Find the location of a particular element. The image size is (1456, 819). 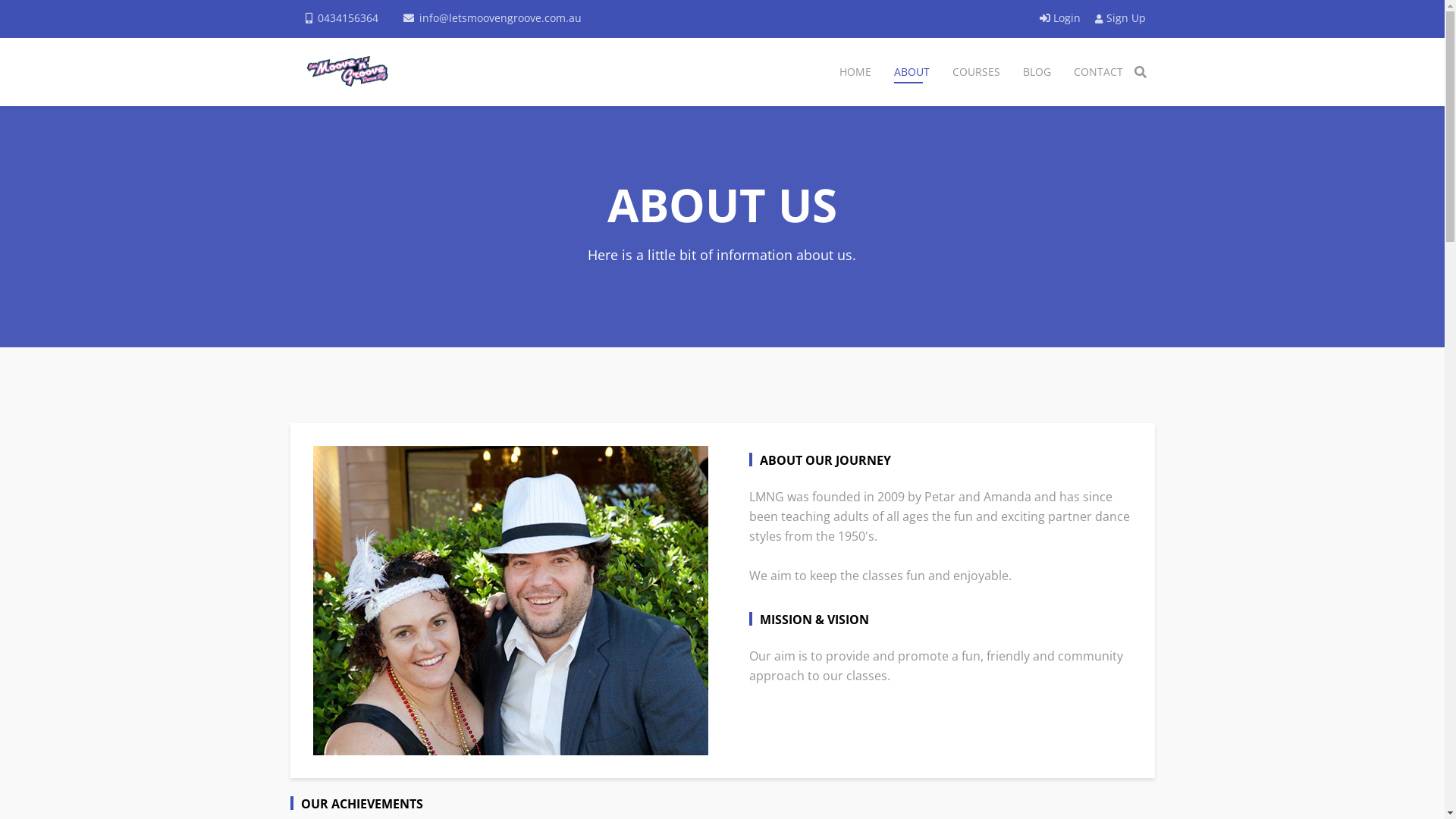

'CONTACT' is located at coordinates (1097, 72).